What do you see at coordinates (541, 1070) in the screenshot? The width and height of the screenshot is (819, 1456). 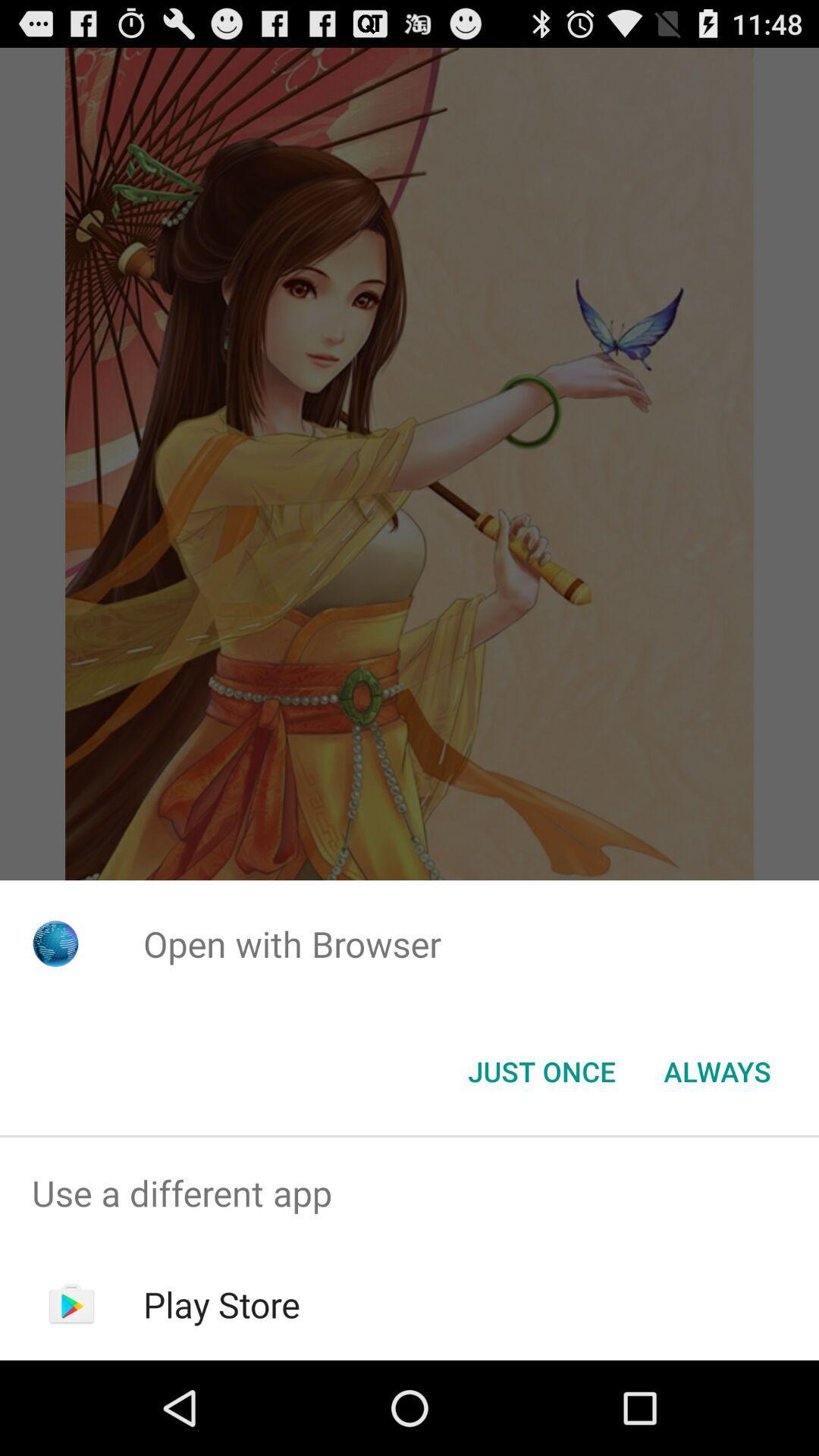 I see `item to the left of the always item` at bounding box center [541, 1070].